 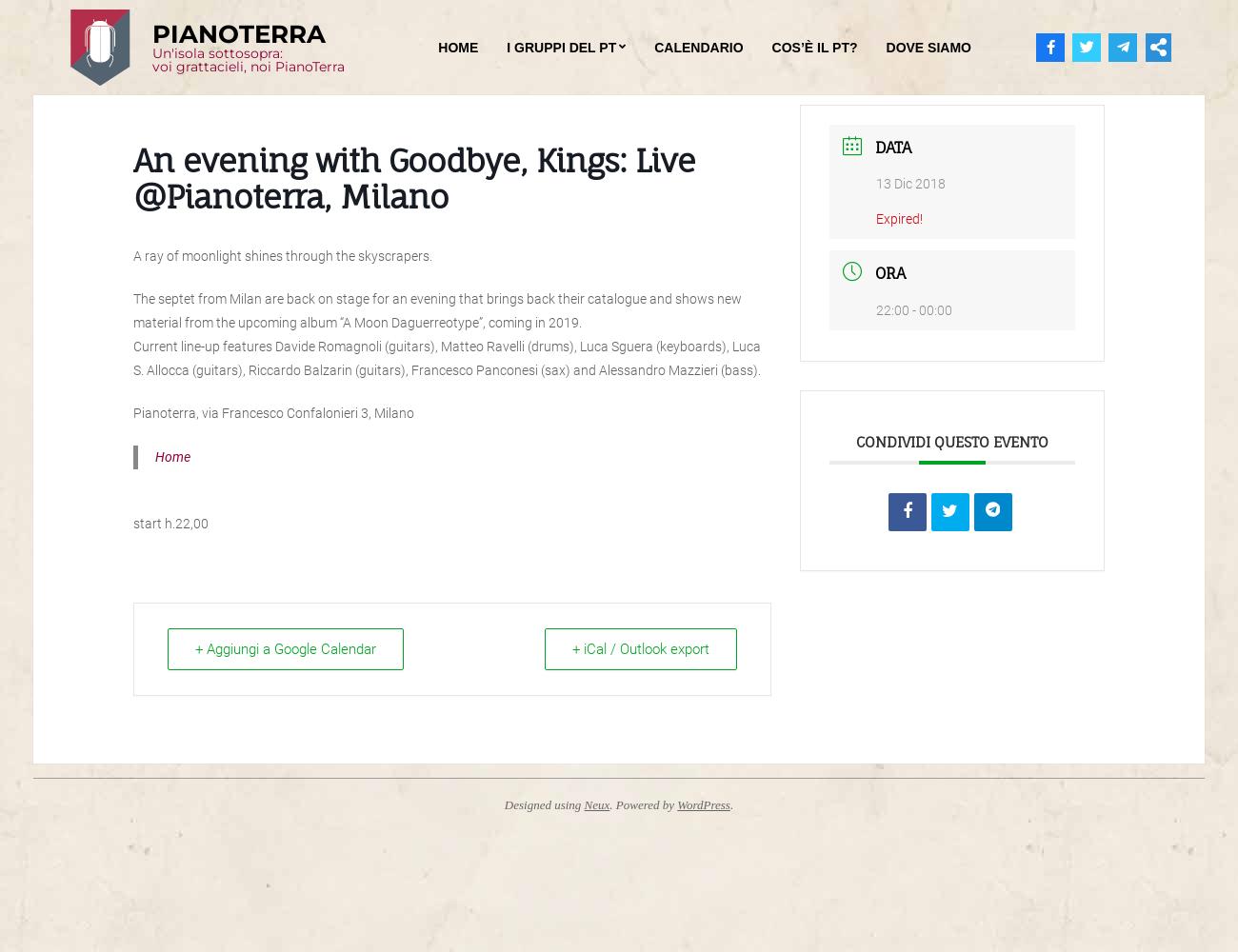 What do you see at coordinates (216, 53) in the screenshot?
I see `'Un'isola sottosopra:'` at bounding box center [216, 53].